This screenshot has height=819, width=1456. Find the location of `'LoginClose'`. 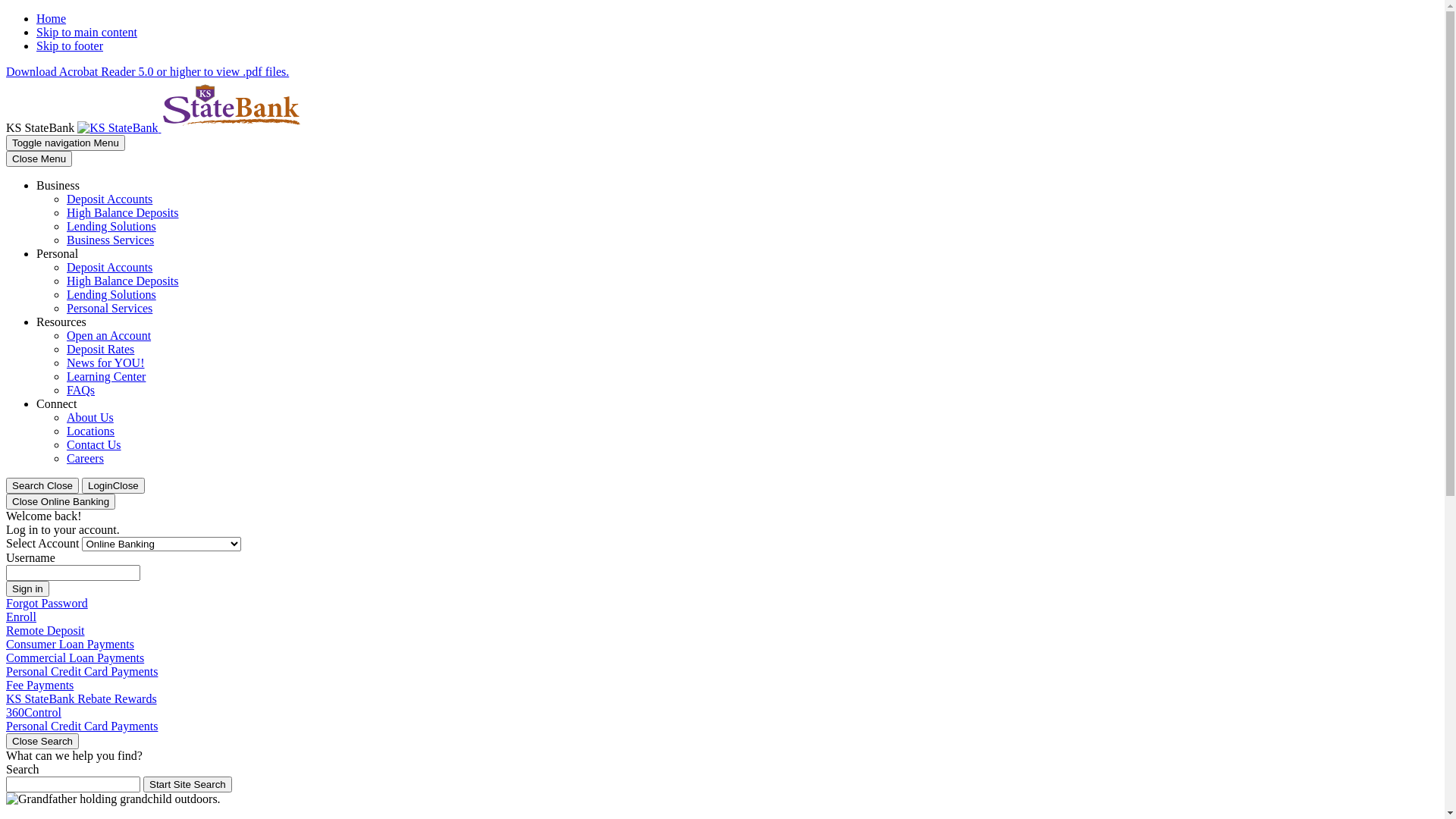

'LoginClose' is located at coordinates (112, 485).